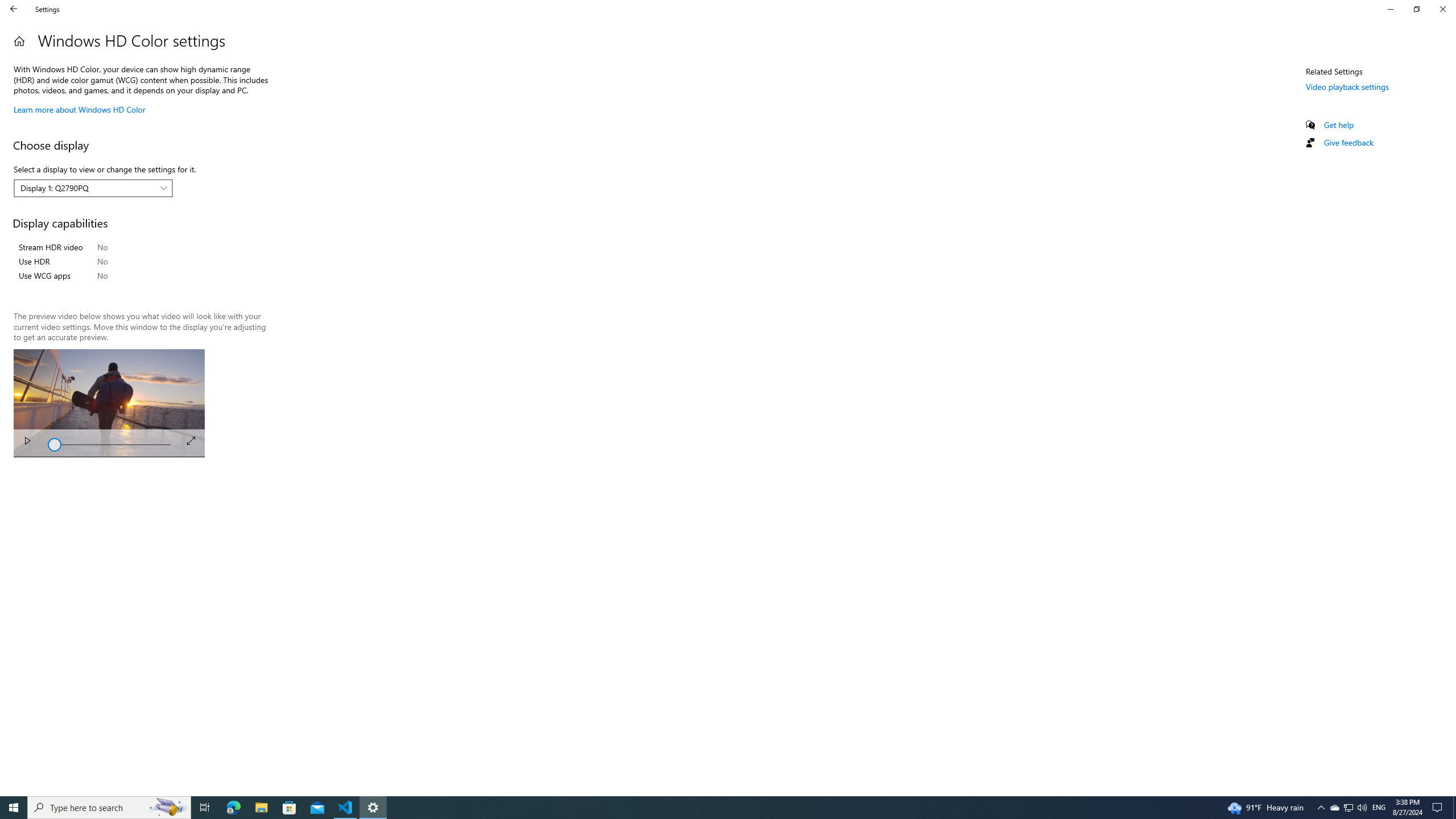  Describe the element at coordinates (1389, 9) in the screenshot. I see `'Minimize Settings'` at that location.